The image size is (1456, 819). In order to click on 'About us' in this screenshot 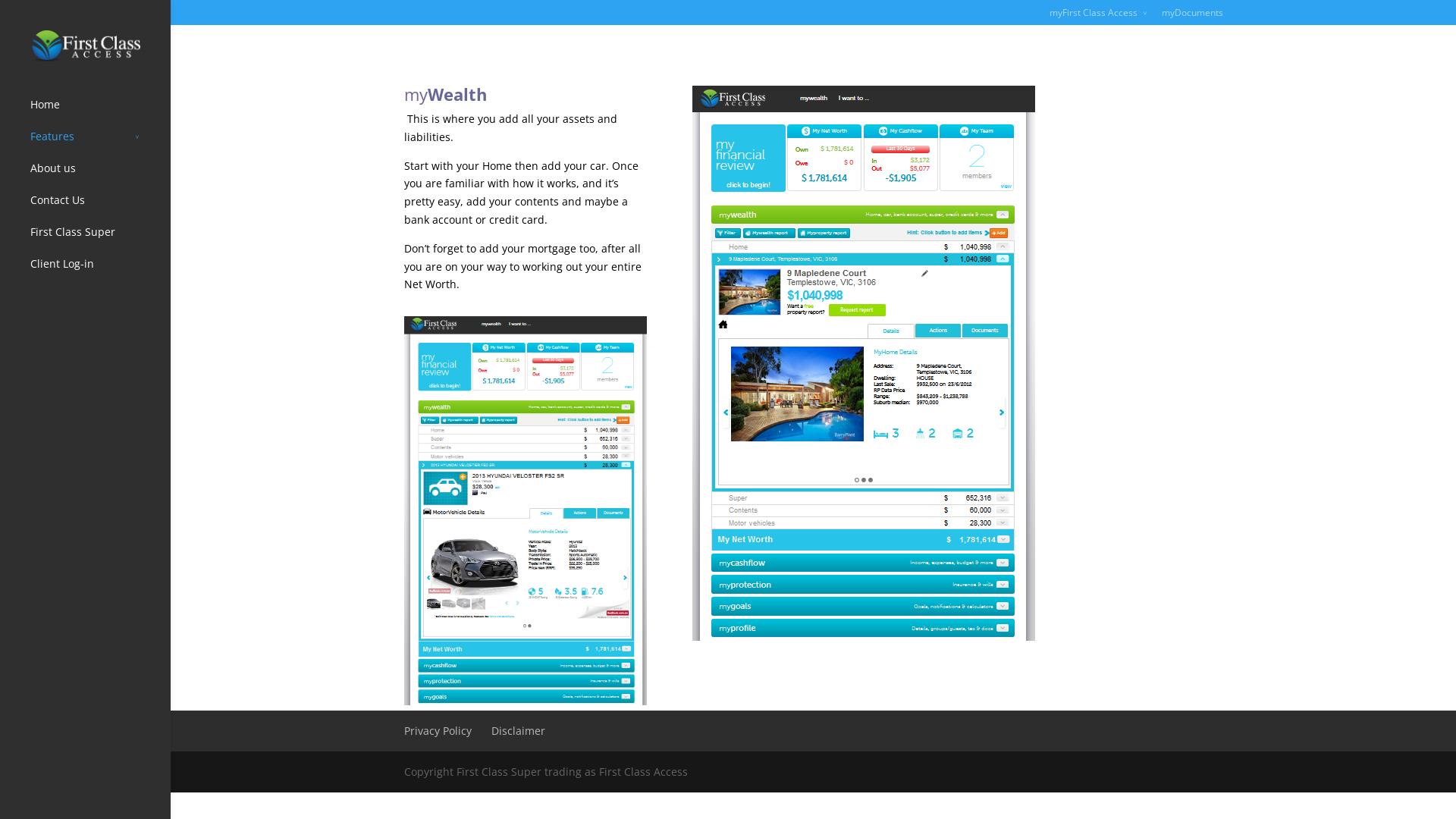, I will do `click(99, 174)`.